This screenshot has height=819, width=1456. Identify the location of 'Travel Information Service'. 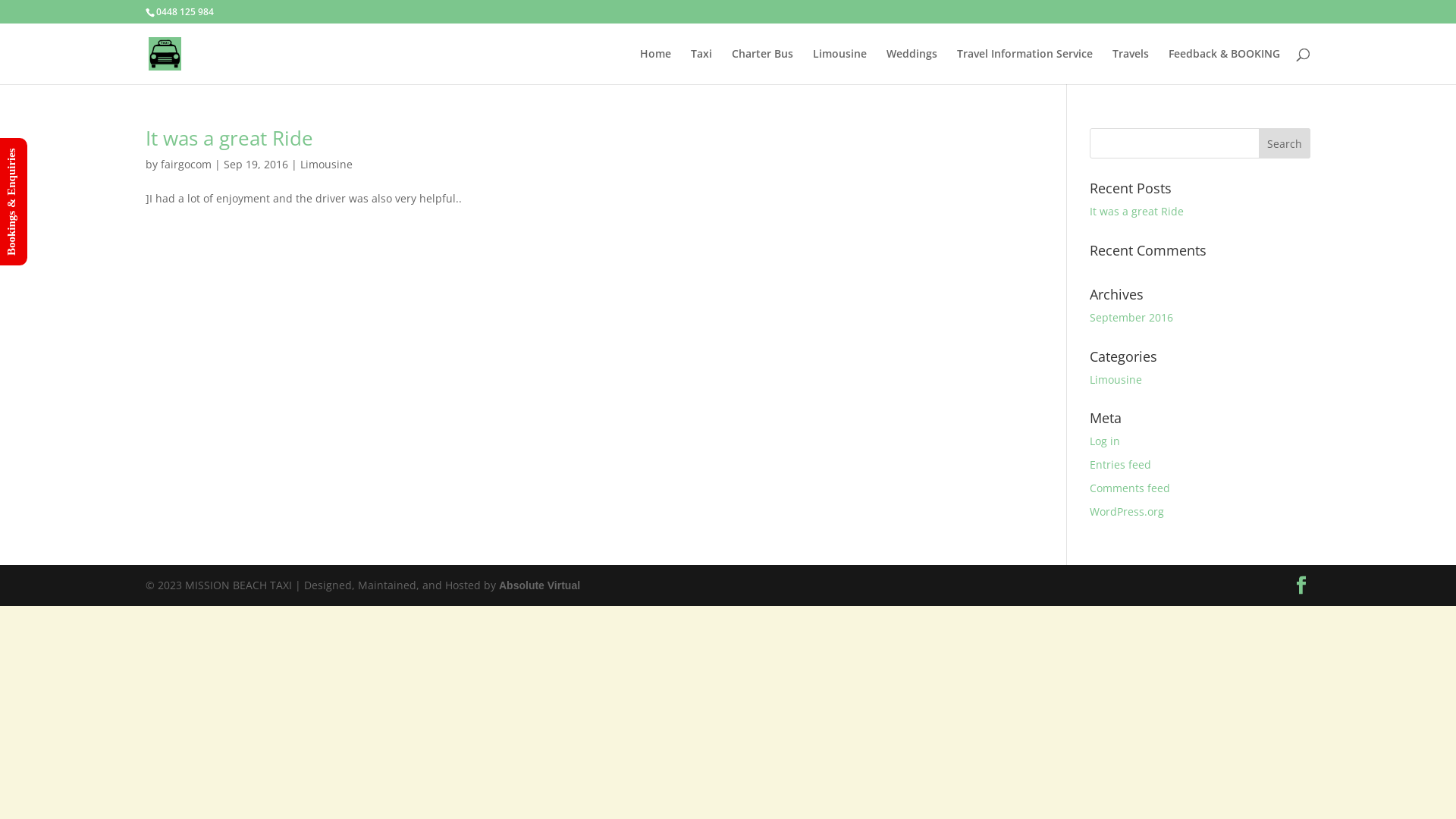
(1025, 65).